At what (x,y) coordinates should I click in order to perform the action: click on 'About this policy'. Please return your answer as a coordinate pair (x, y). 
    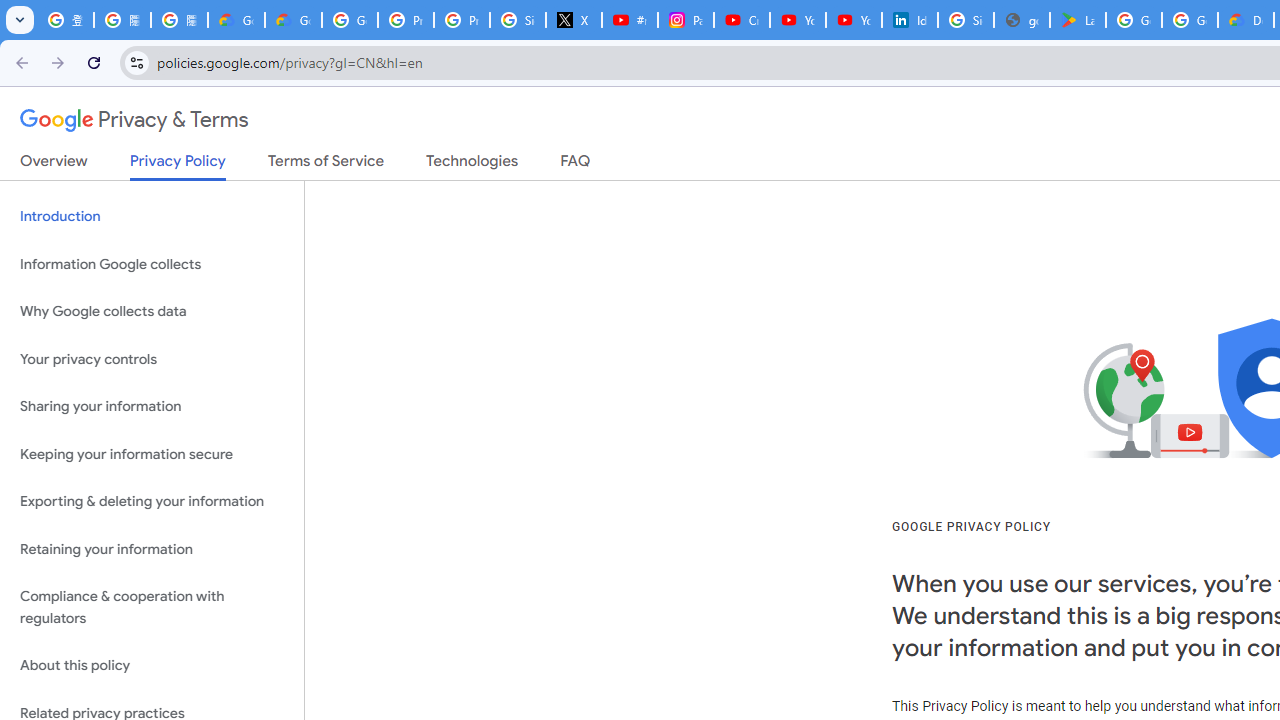
    Looking at the image, I should click on (151, 666).